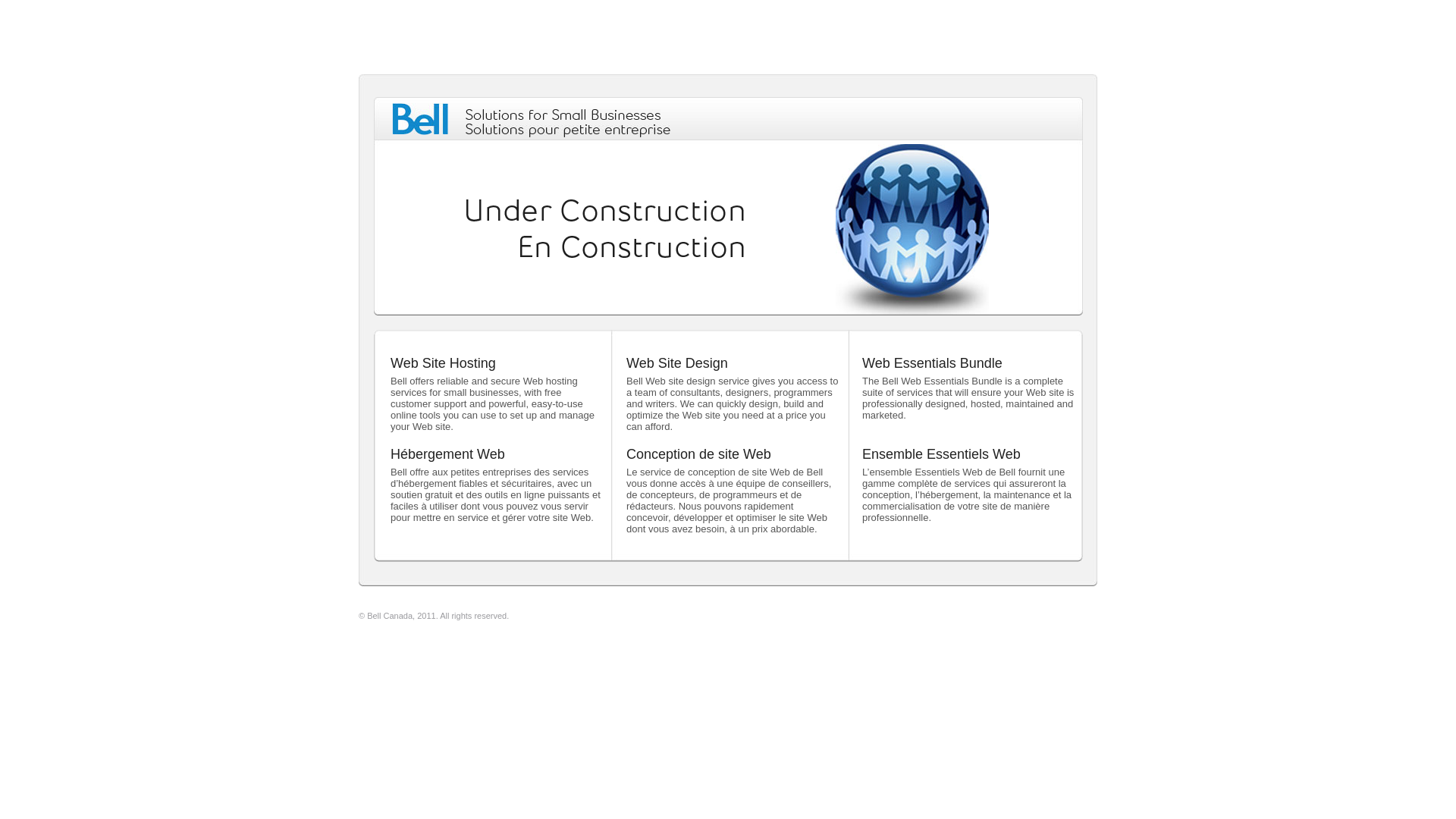 This screenshot has width=1456, height=819. What do you see at coordinates (419, 118) in the screenshot?
I see `'Bell'` at bounding box center [419, 118].